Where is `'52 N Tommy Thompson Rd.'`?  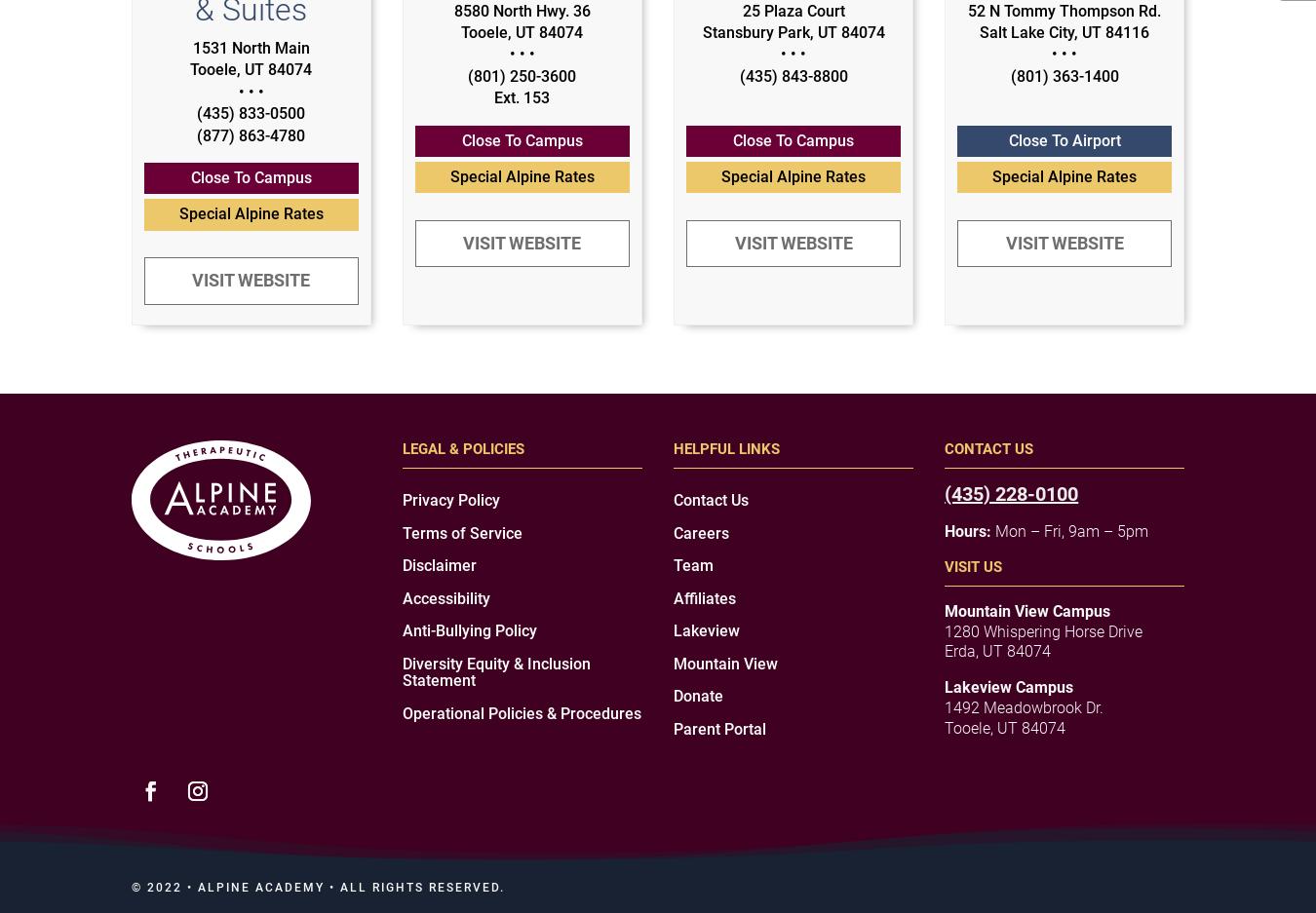 '52 N Tommy Thompson Rd.' is located at coordinates (1064, 9).